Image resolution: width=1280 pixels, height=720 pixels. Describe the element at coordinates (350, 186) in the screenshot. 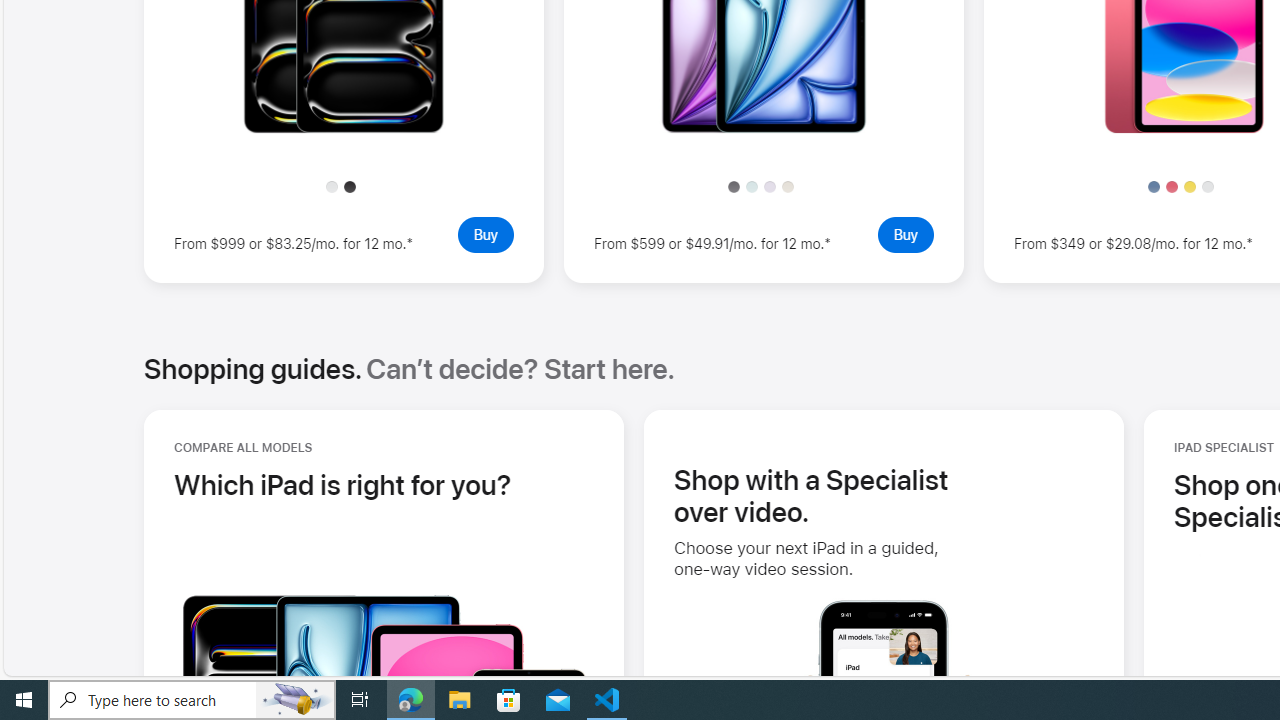

I see `'Space Black'` at that location.